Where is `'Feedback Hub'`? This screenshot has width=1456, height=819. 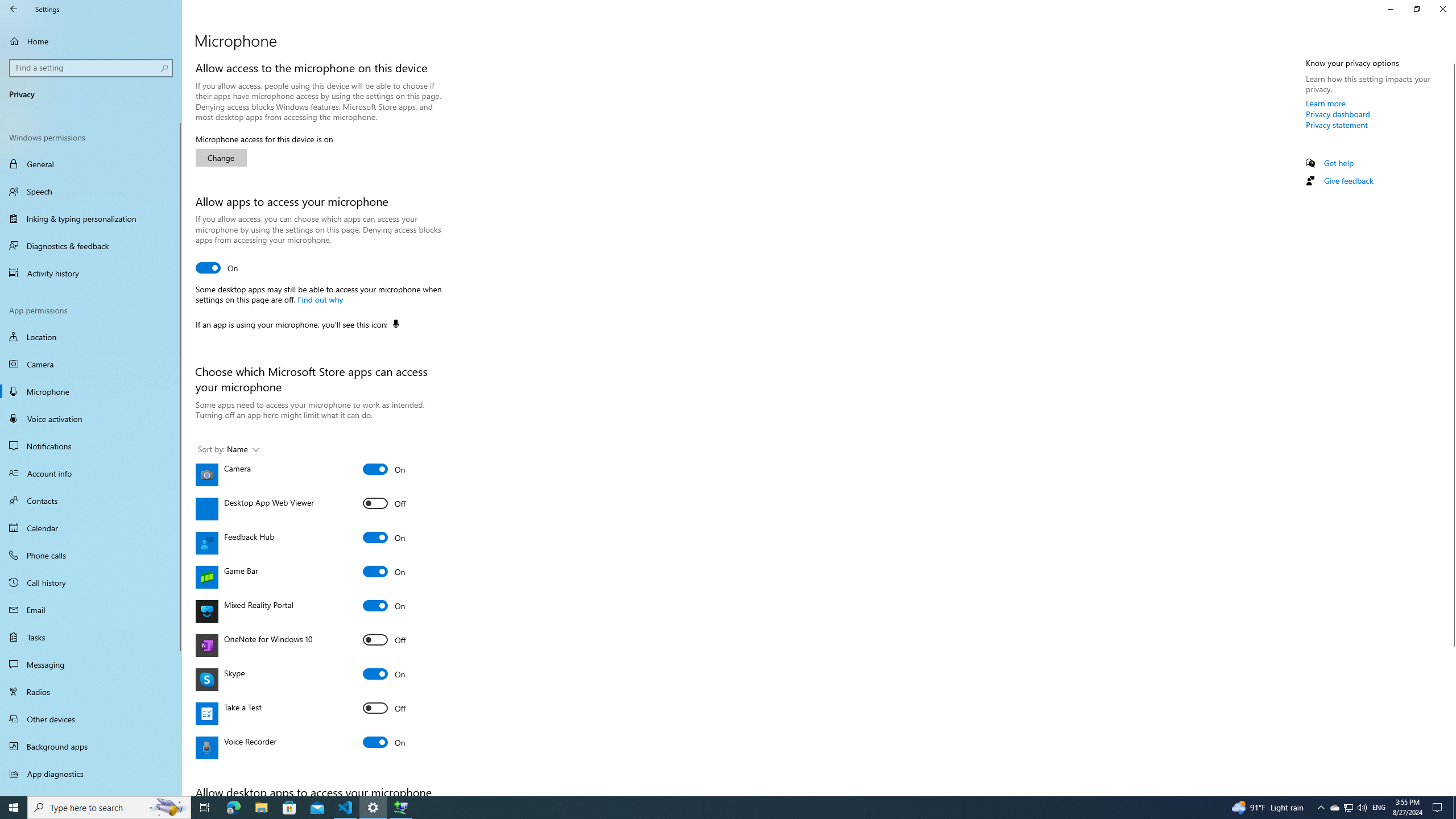
'Feedback Hub' is located at coordinates (383, 536).